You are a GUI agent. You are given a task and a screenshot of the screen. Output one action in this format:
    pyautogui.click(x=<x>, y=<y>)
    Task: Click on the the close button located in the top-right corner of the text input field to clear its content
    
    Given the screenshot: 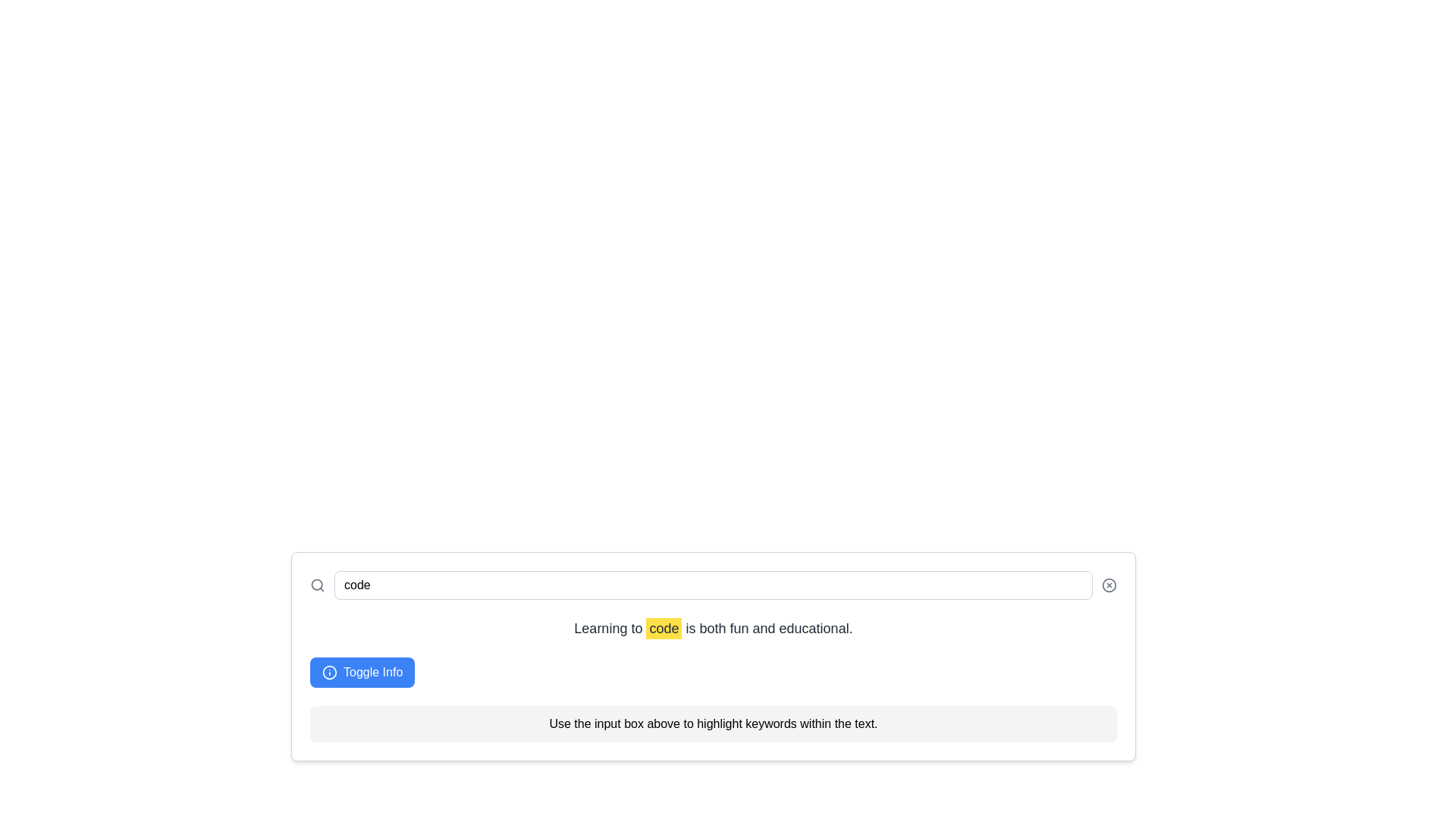 What is the action you would take?
    pyautogui.click(x=1109, y=584)
    